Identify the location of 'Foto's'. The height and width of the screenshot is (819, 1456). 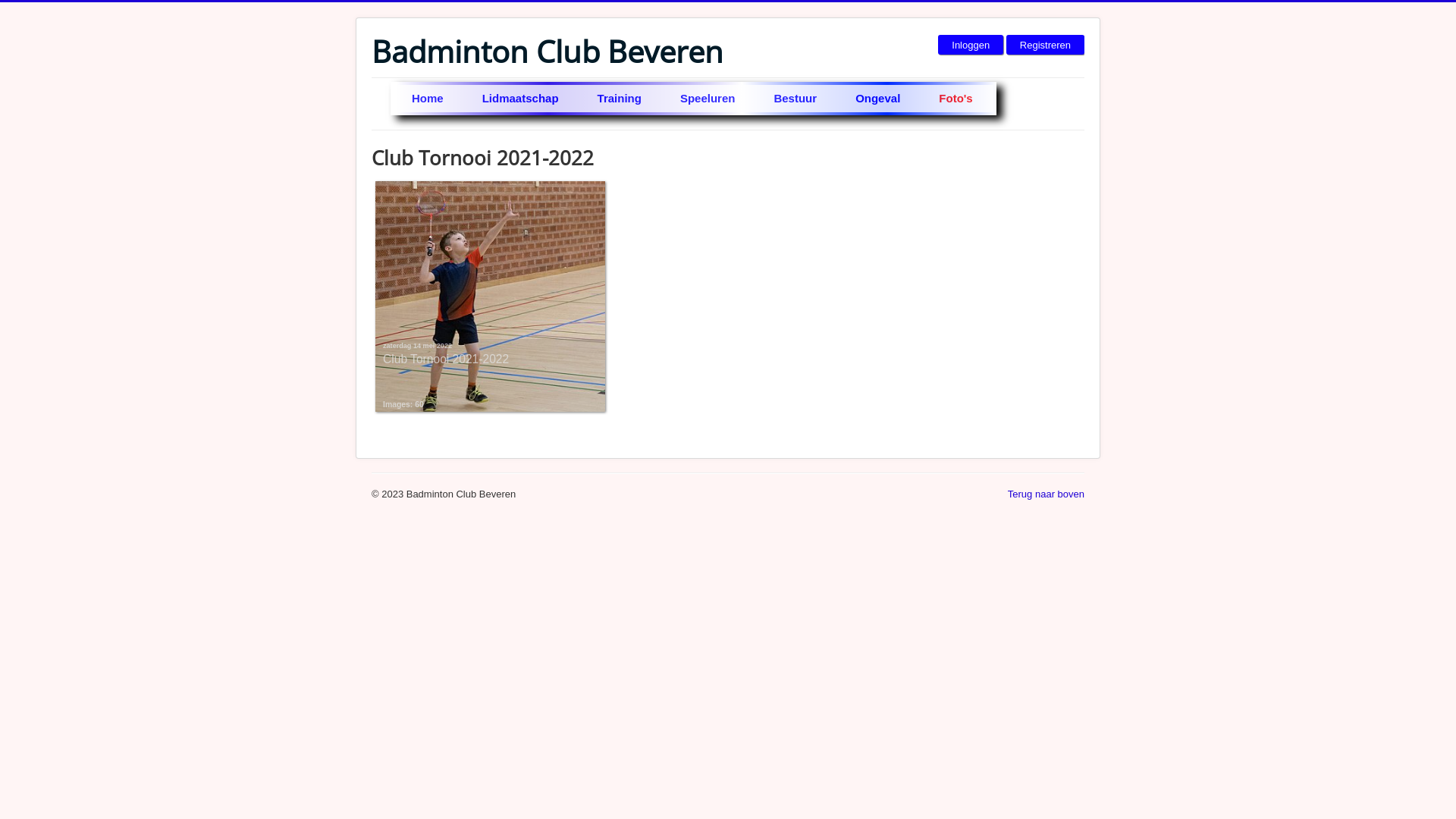
(955, 99).